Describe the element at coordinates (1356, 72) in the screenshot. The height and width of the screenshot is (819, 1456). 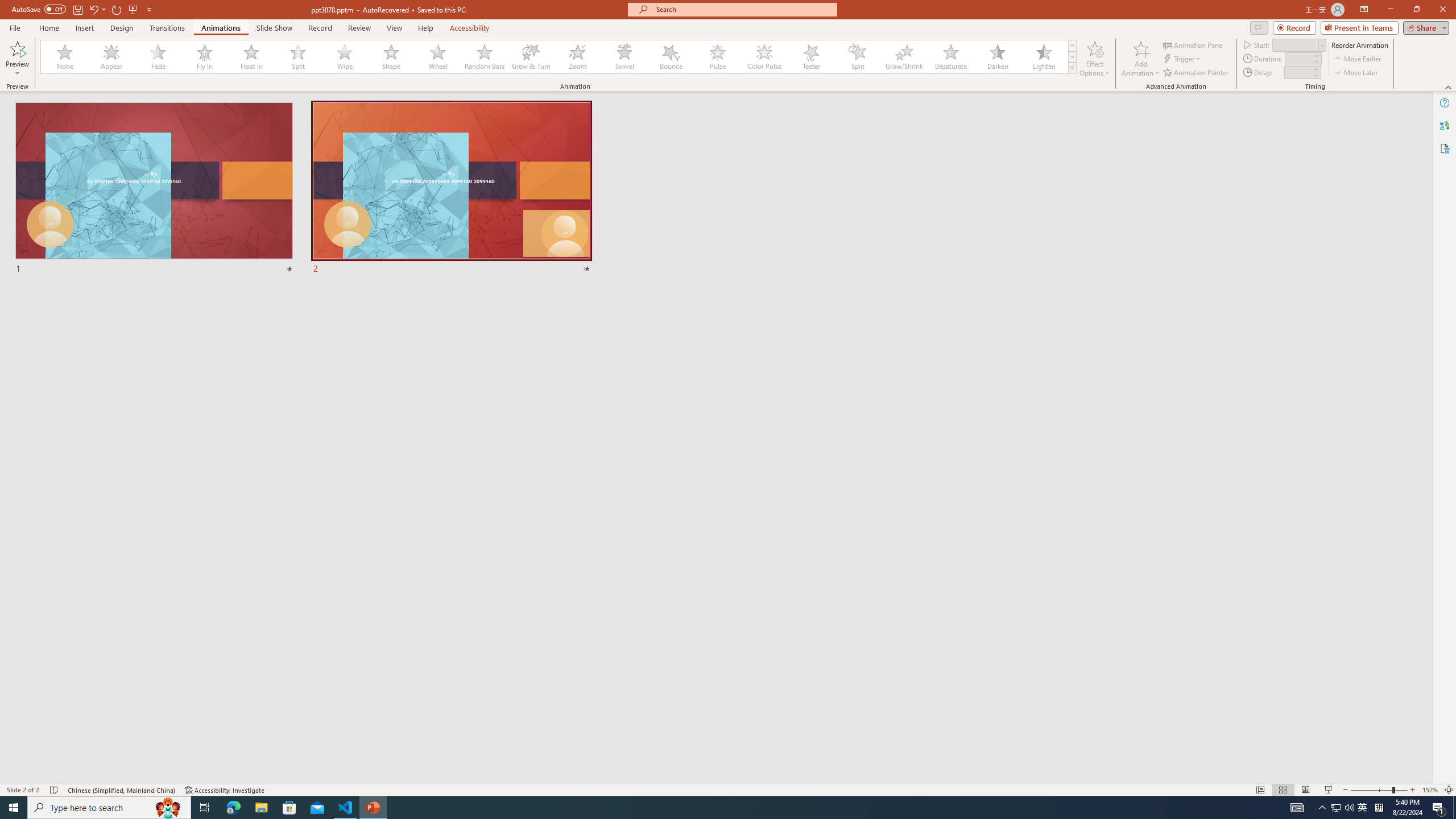
I see `'Move Later'` at that location.